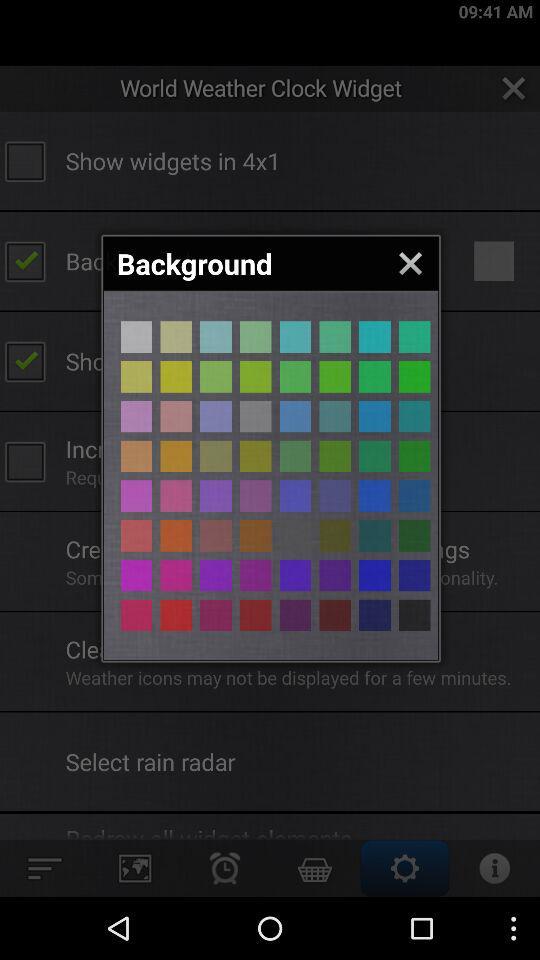 The image size is (540, 960). What do you see at coordinates (335, 495) in the screenshot?
I see `background colour selection` at bounding box center [335, 495].